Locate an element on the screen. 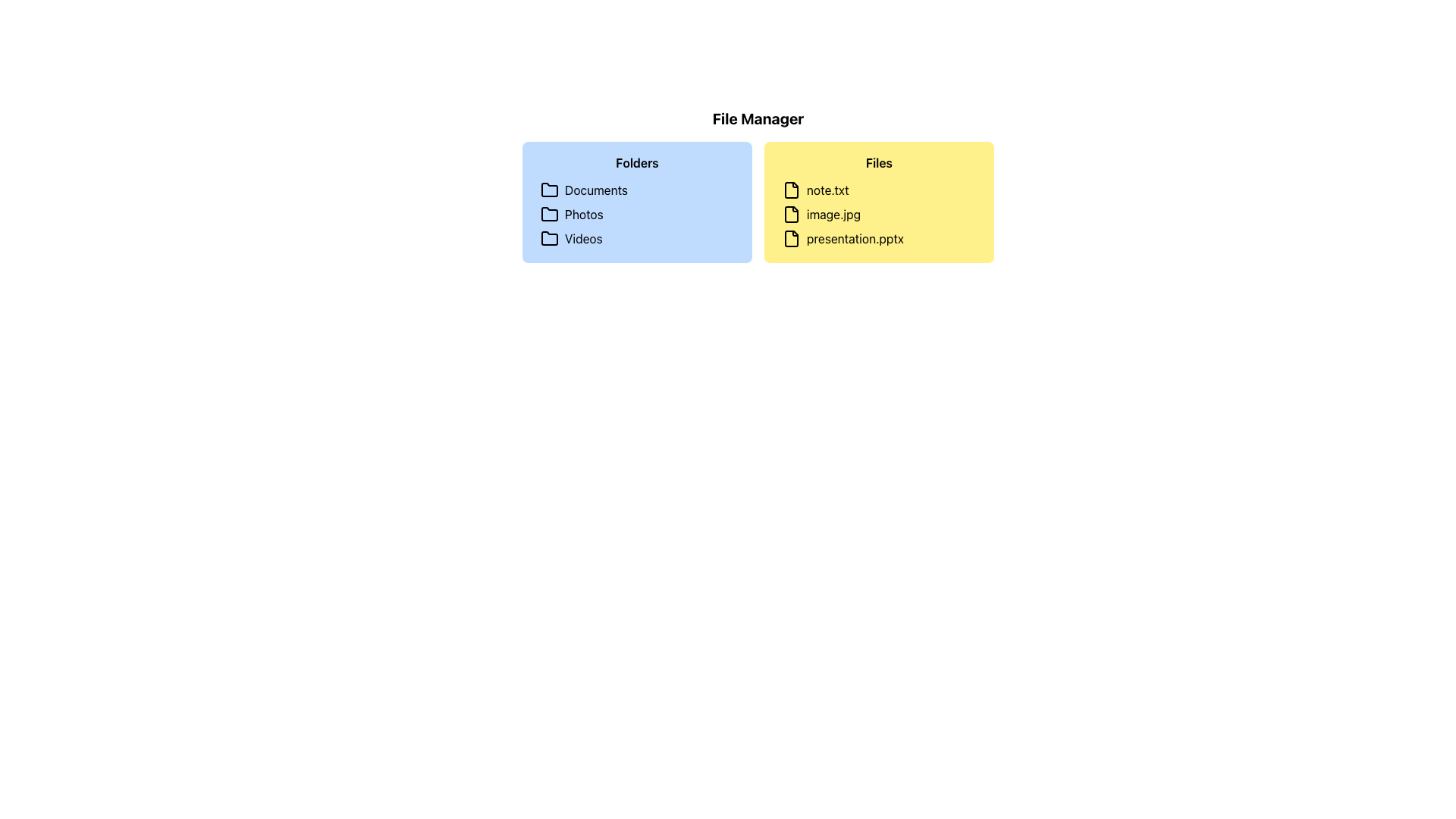  the content displayed within the 'Folders' panel, which contains labeled elements for navigating files such as 'Documents', 'Photos', and 'Videos' is located at coordinates (637, 201).